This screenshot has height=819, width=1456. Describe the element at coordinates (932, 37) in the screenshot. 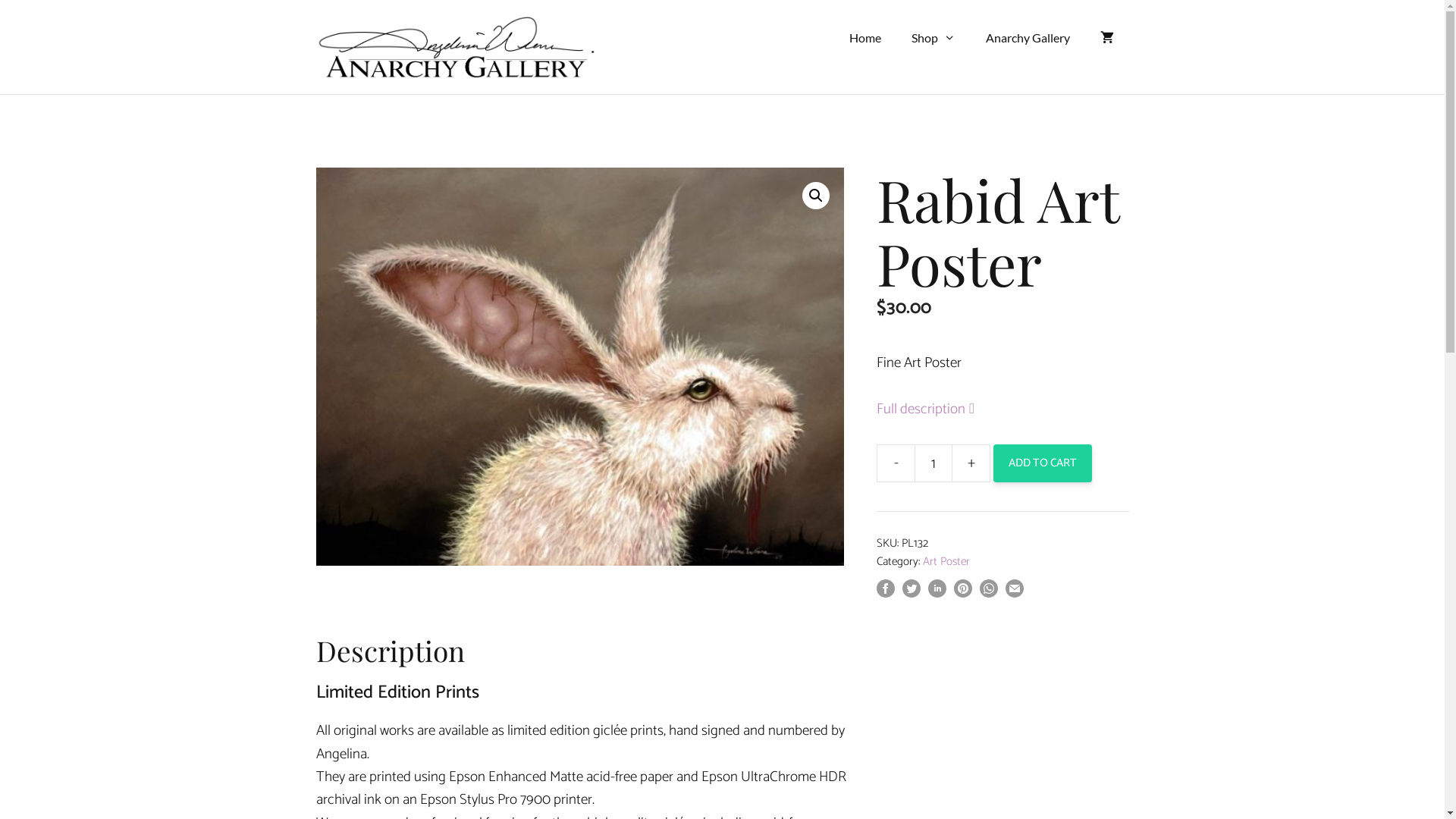

I see `'Shop'` at that location.